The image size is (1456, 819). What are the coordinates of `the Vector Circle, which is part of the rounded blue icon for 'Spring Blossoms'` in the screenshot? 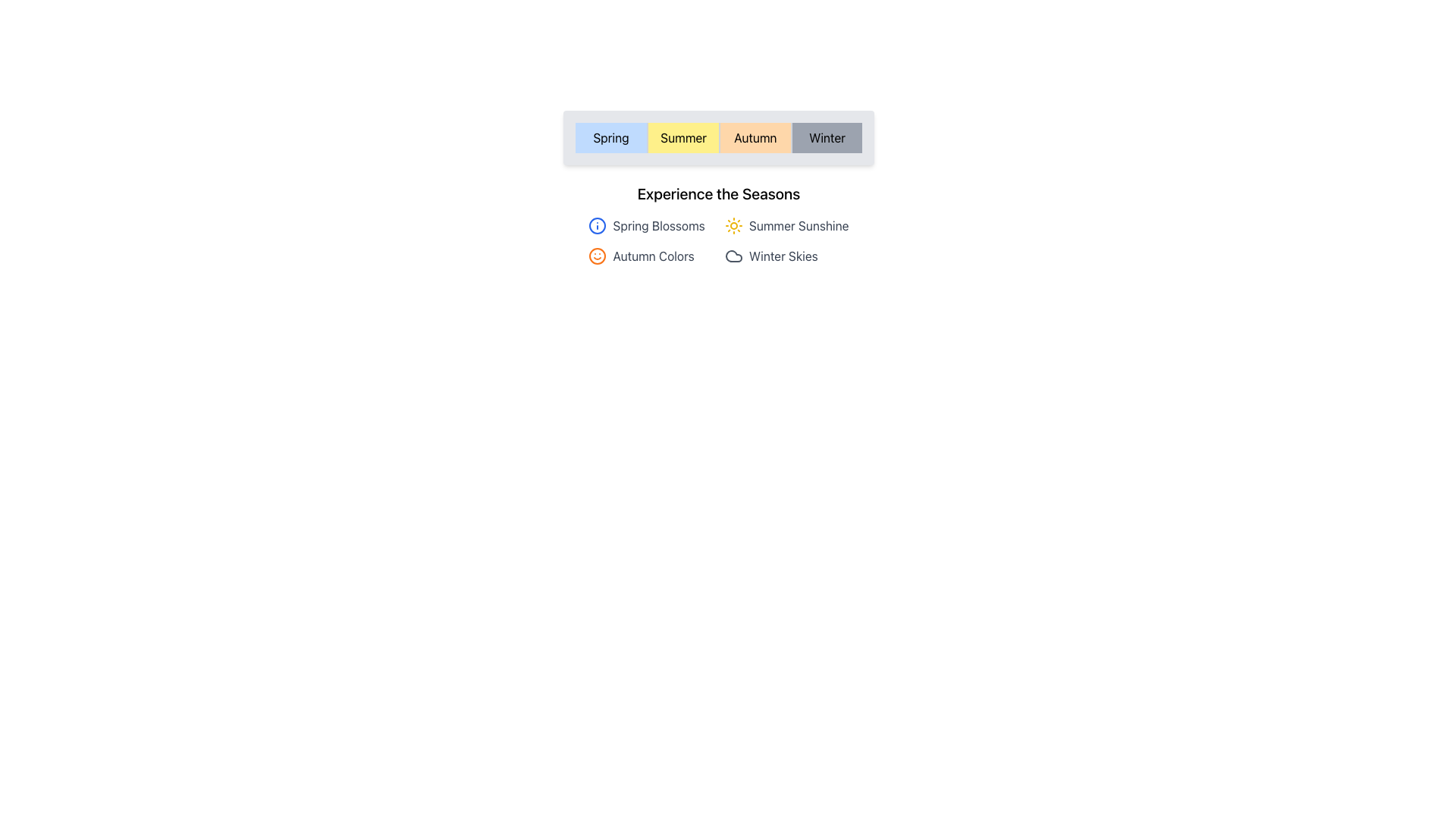 It's located at (597, 225).